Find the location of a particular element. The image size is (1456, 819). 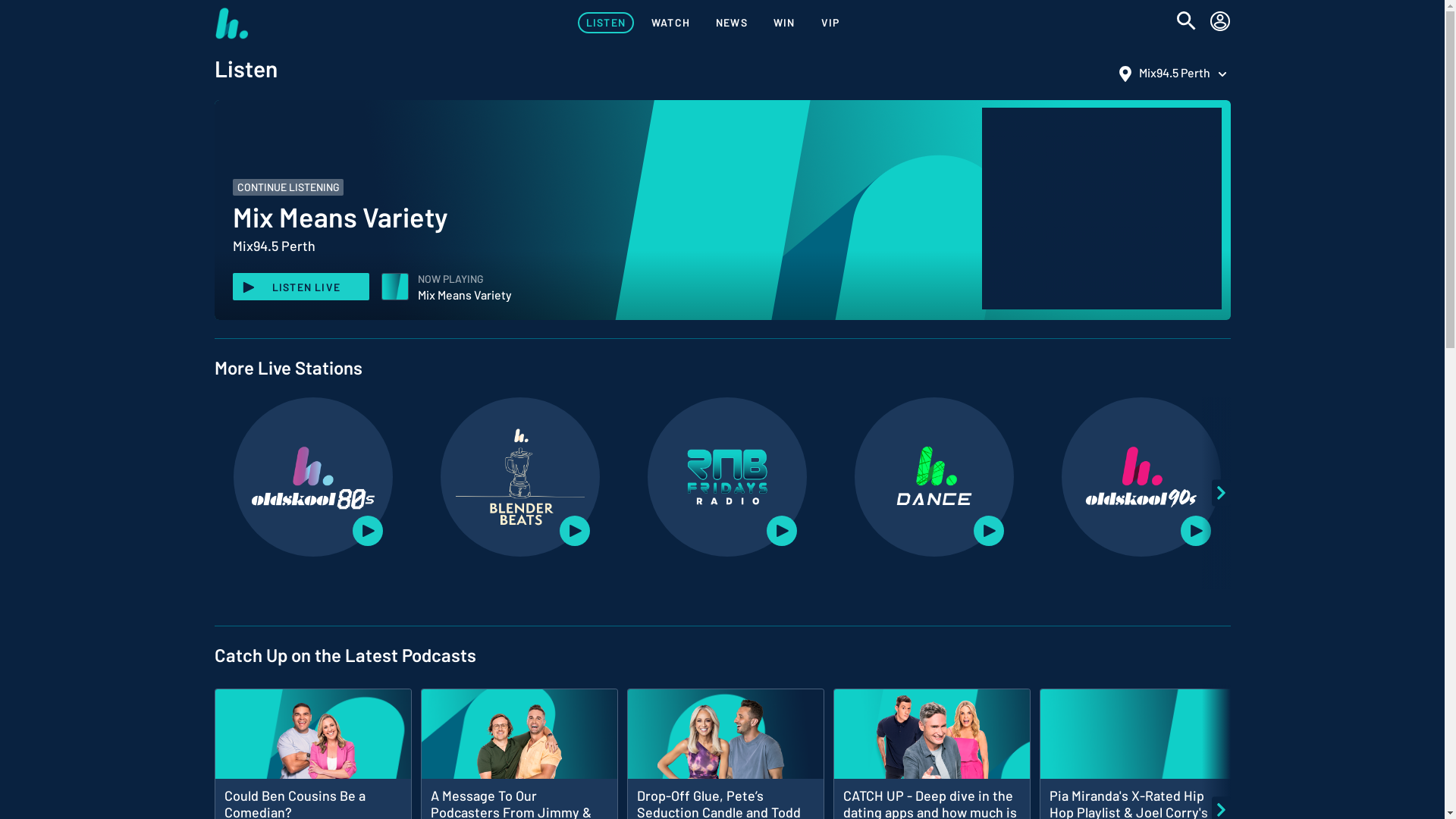

'RnB Fridays Radio' is located at coordinates (726, 475).